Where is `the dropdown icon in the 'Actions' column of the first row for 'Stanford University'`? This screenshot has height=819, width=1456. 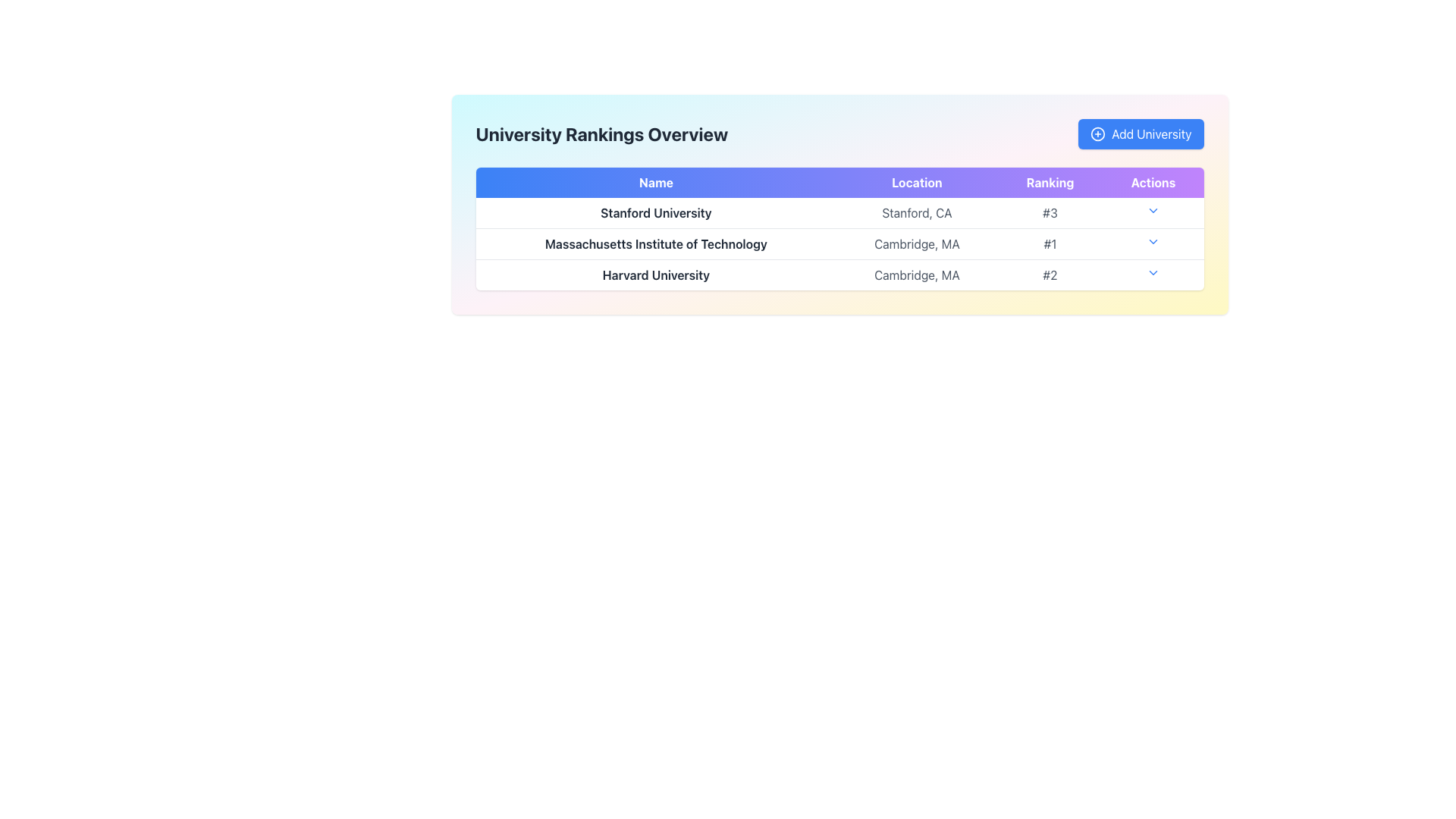
the dropdown icon in the 'Actions' column of the first row for 'Stanford University' is located at coordinates (1153, 210).